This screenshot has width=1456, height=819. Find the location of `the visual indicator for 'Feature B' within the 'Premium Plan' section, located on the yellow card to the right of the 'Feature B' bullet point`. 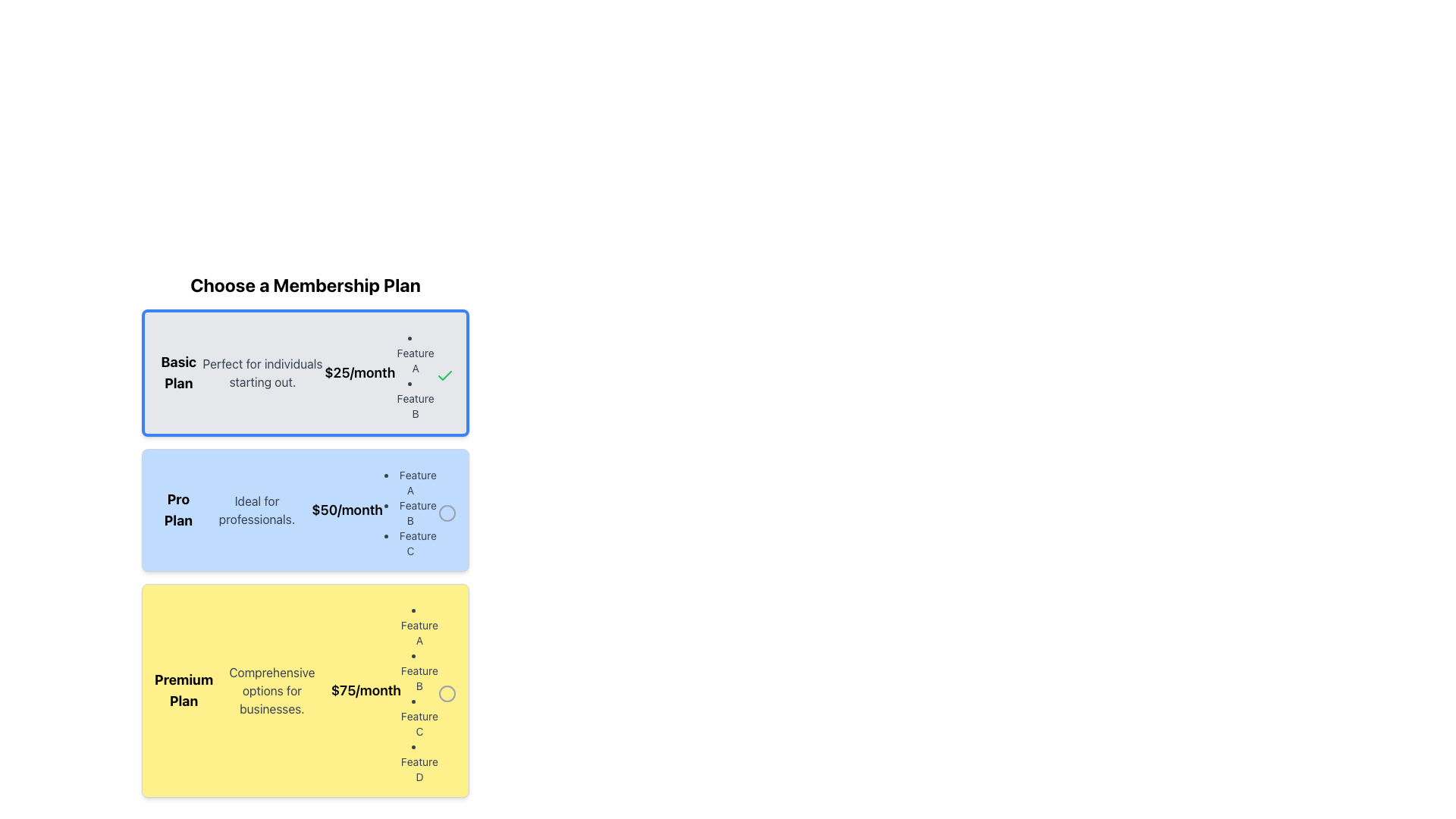

the visual indicator for 'Feature B' within the 'Premium Plan' section, located on the yellow card to the right of the 'Feature B' bullet point is located at coordinates (447, 693).